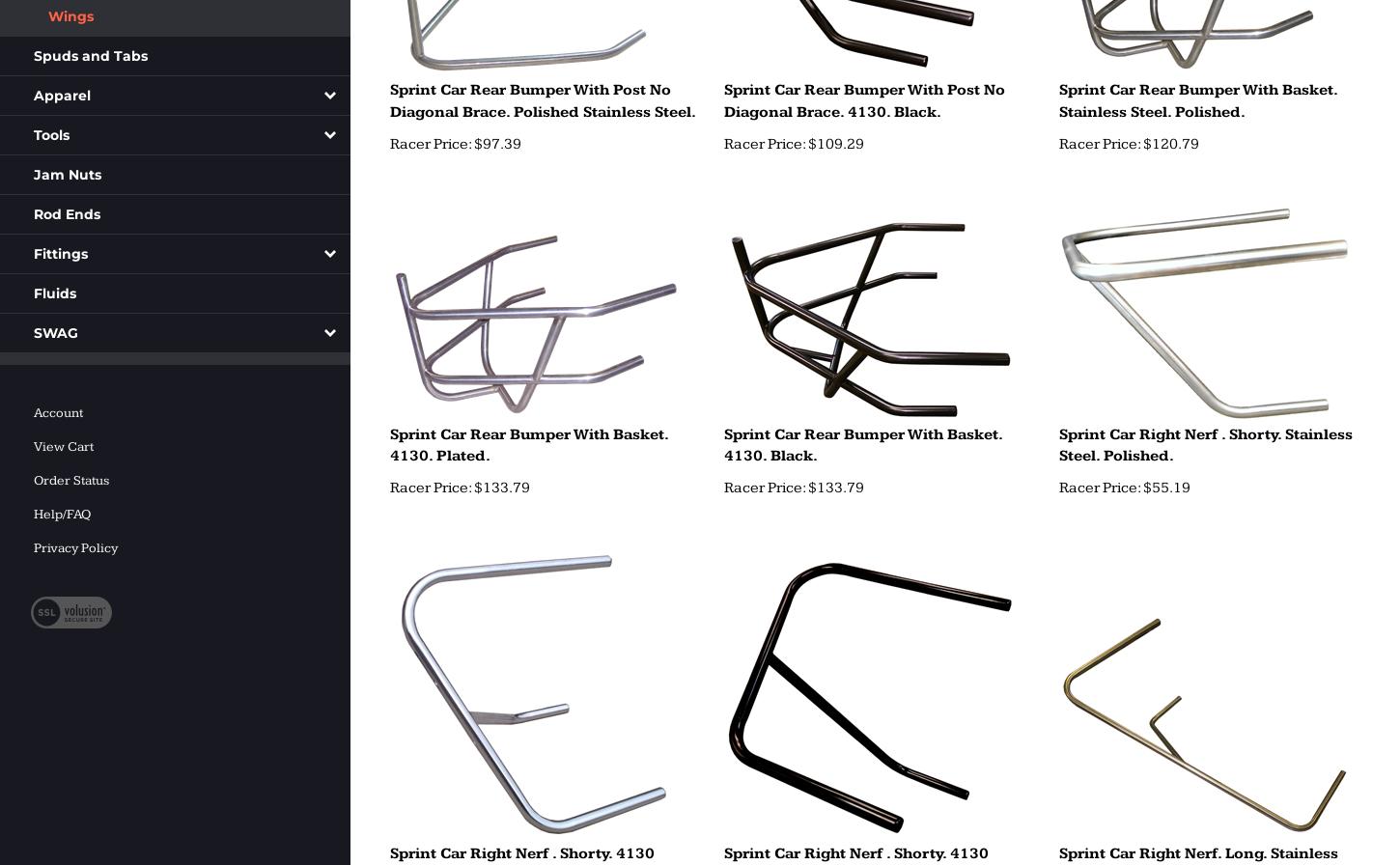 Image resolution: width=1400 pixels, height=865 pixels. Describe the element at coordinates (54, 293) in the screenshot. I see `'Fluids'` at that location.